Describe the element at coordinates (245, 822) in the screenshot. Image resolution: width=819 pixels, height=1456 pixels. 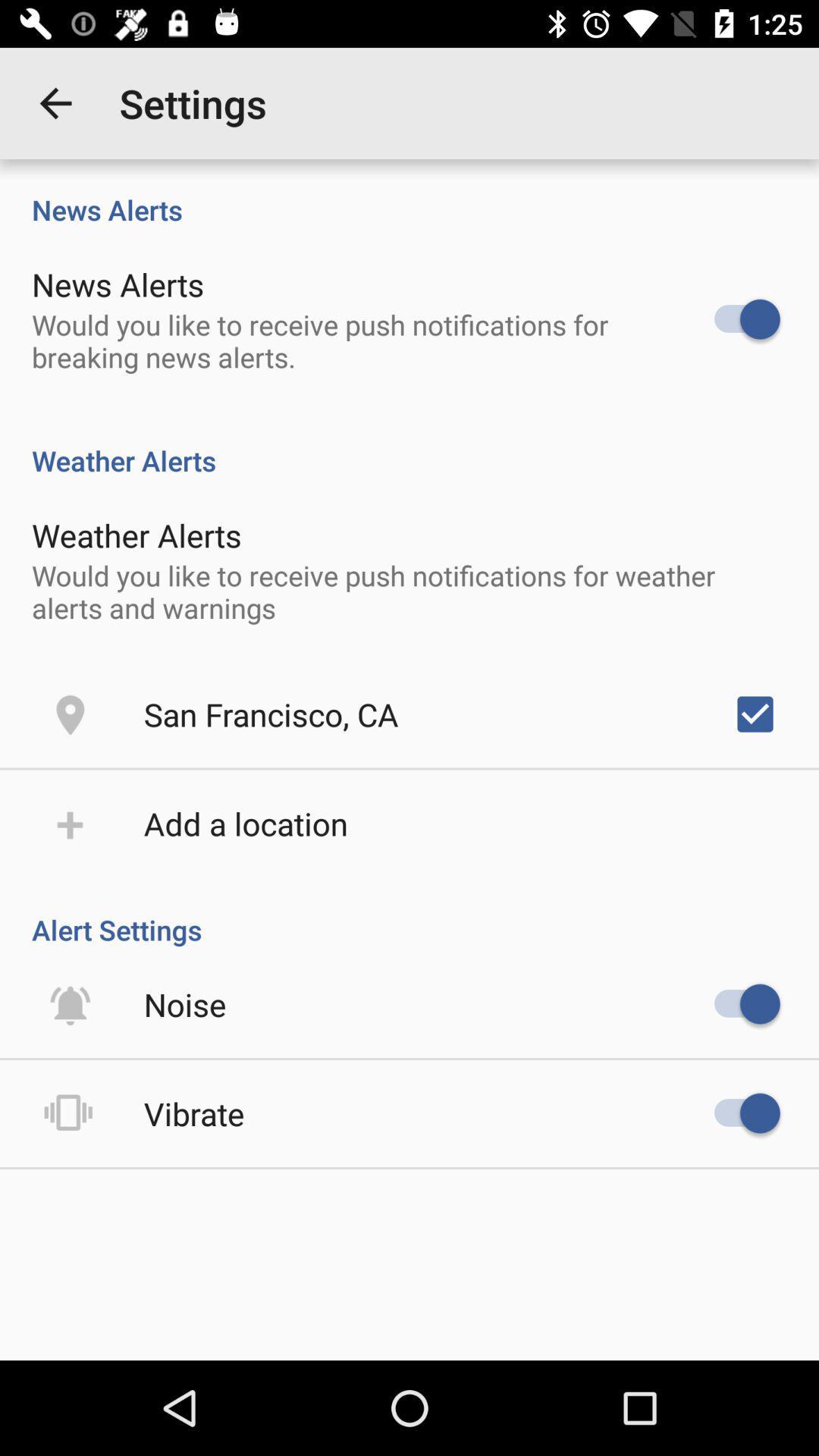
I see `item below san francisco, ca icon` at that location.